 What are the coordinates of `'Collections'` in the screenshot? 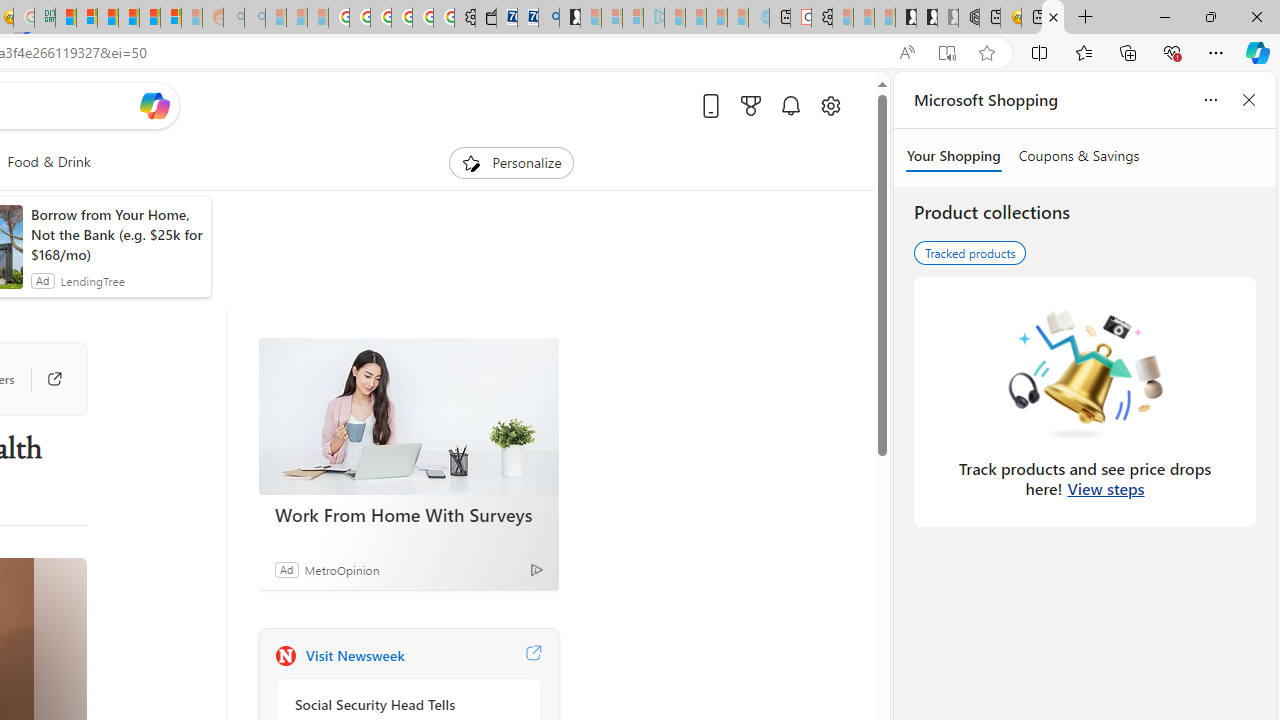 It's located at (1128, 51).